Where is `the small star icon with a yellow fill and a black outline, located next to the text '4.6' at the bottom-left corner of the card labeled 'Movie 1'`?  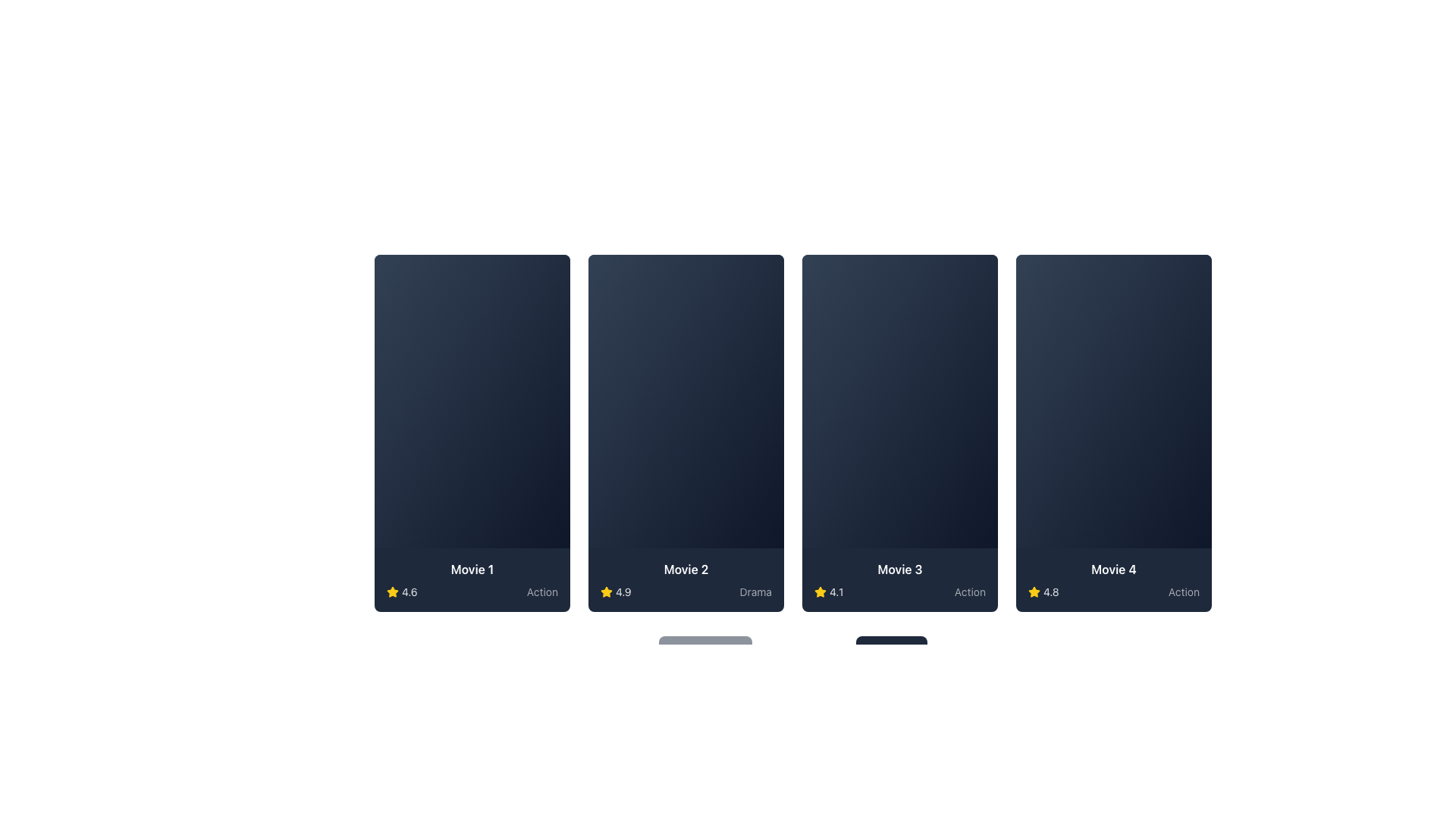 the small star icon with a yellow fill and a black outline, located next to the text '4.6' at the bottom-left corner of the card labeled 'Movie 1' is located at coordinates (393, 591).